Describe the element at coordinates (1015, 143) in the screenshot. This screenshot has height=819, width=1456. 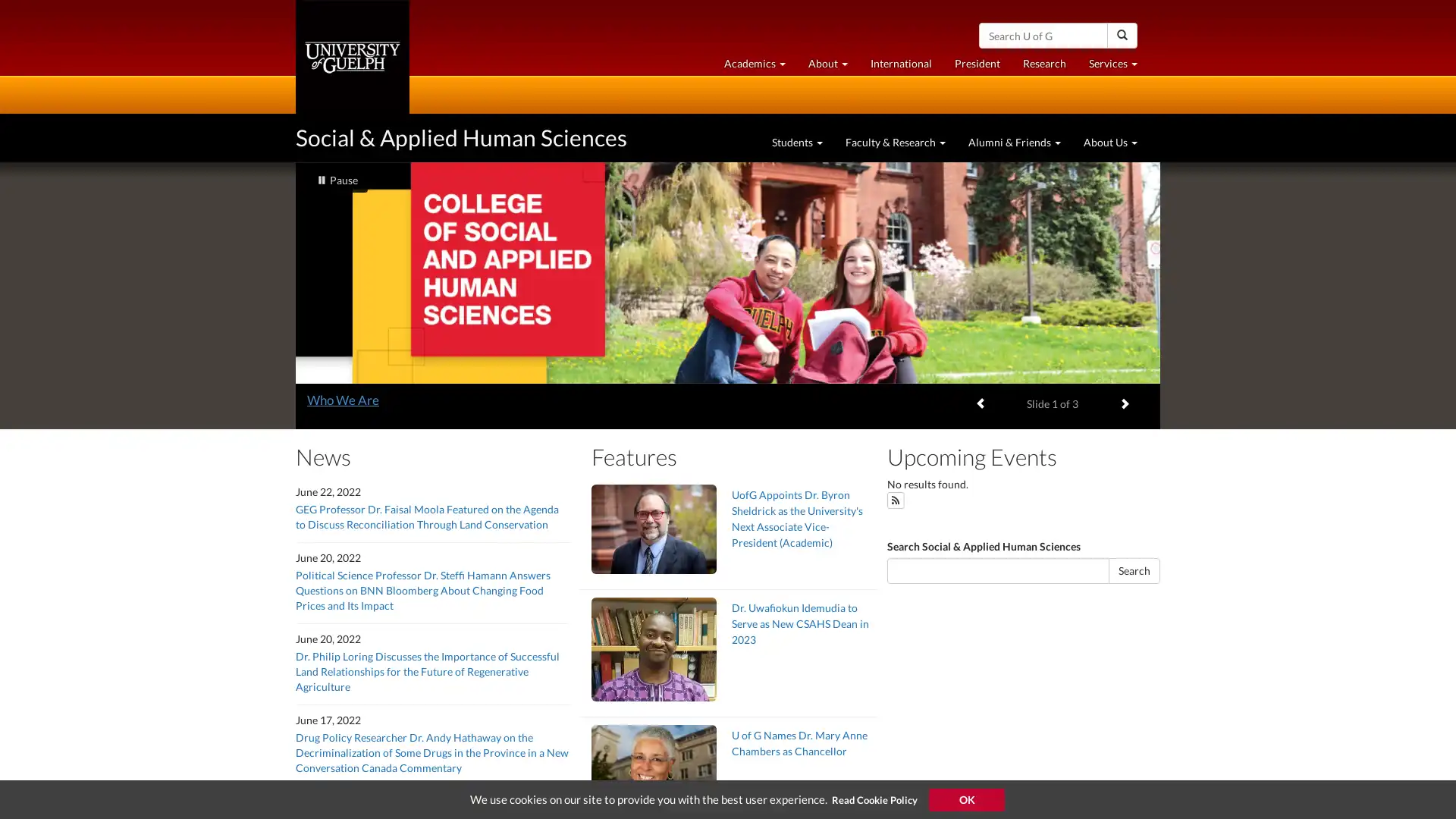
I see `Alumni & Friends` at that location.